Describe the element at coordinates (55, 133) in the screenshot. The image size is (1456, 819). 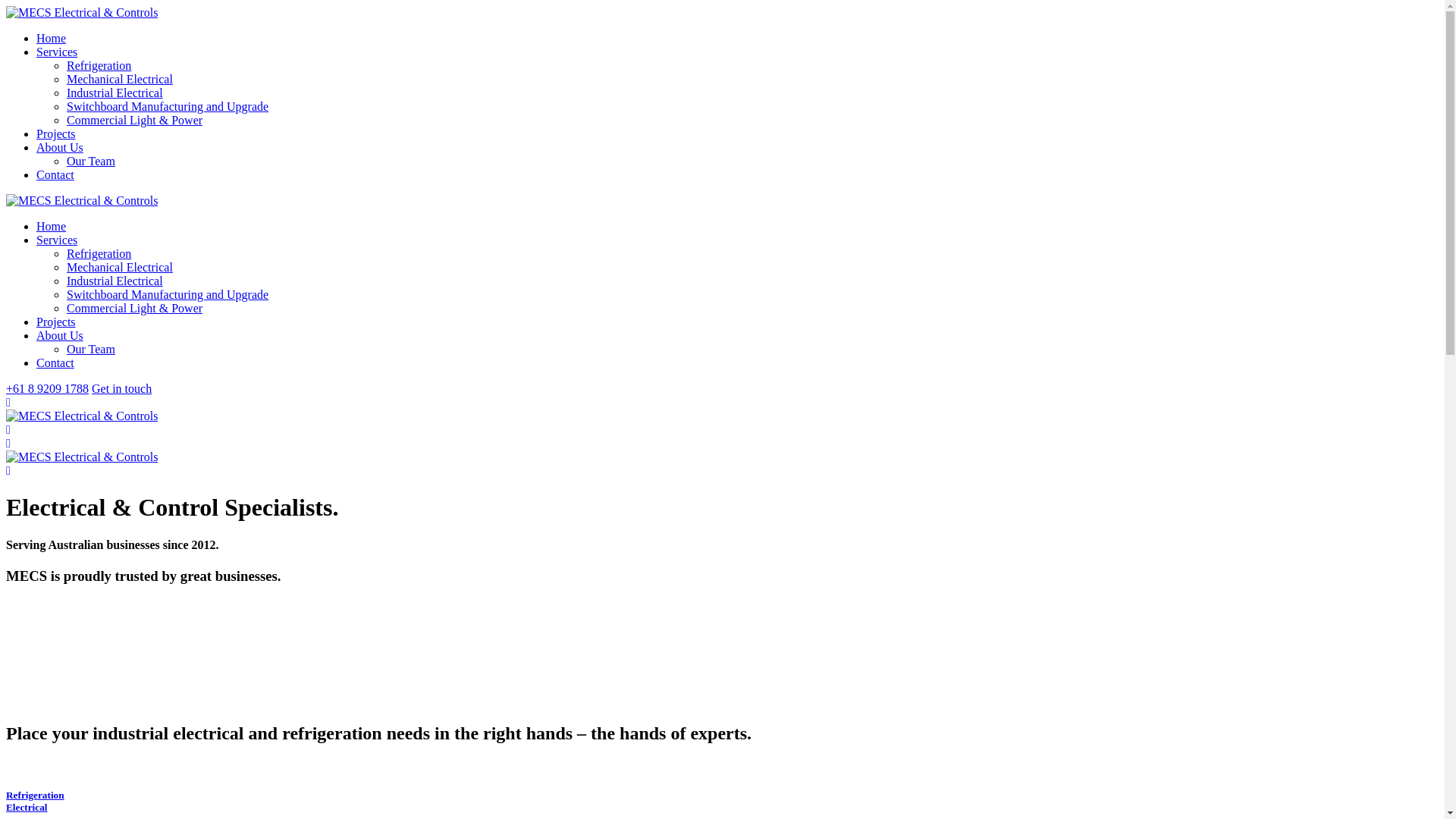
I see `'Projects'` at that location.